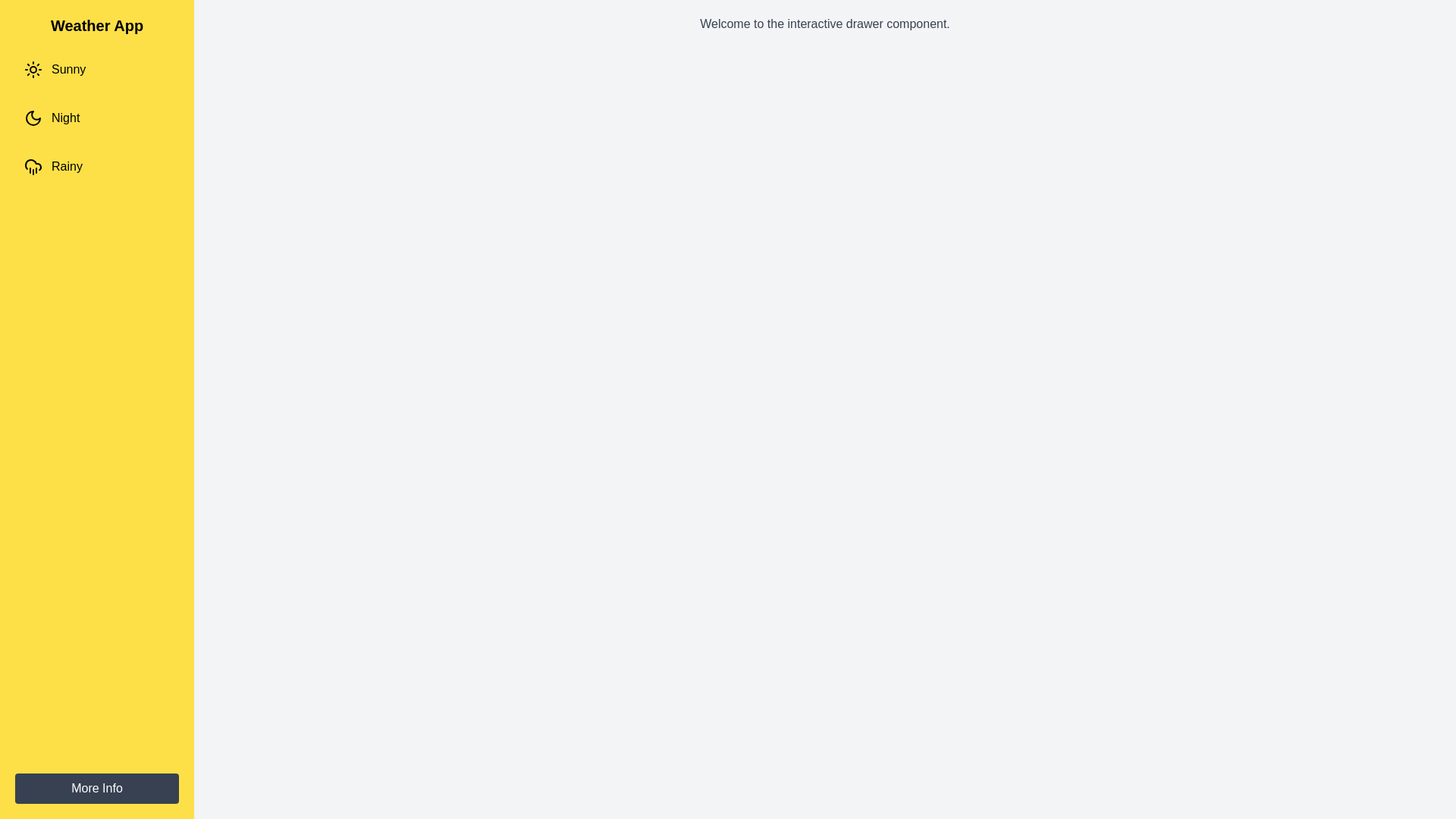 This screenshot has width=1456, height=819. I want to click on the 'Sunny' weather option item in the sidebar, so click(96, 70).